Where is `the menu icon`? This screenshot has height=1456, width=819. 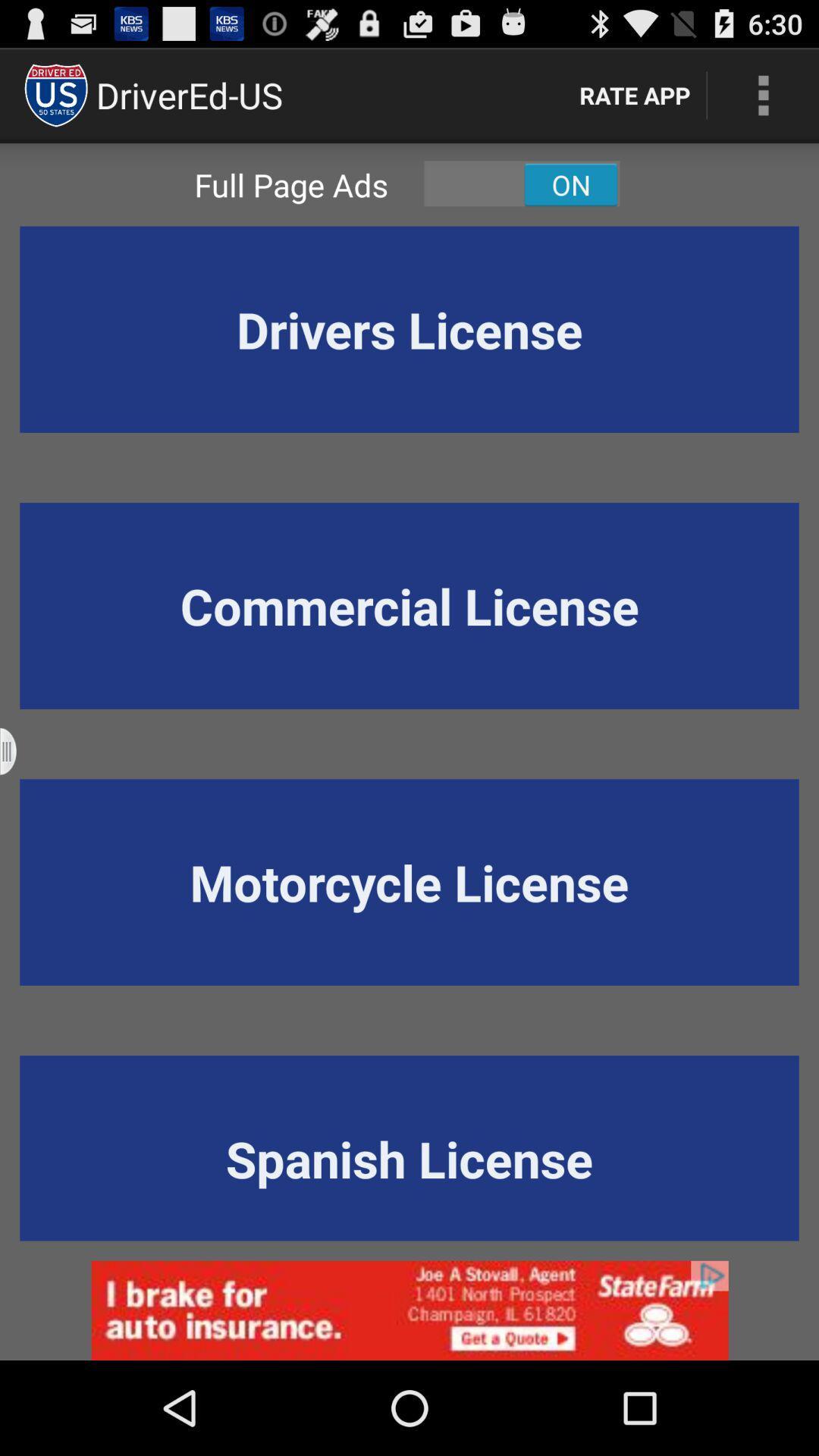
the menu icon is located at coordinates (17, 803).